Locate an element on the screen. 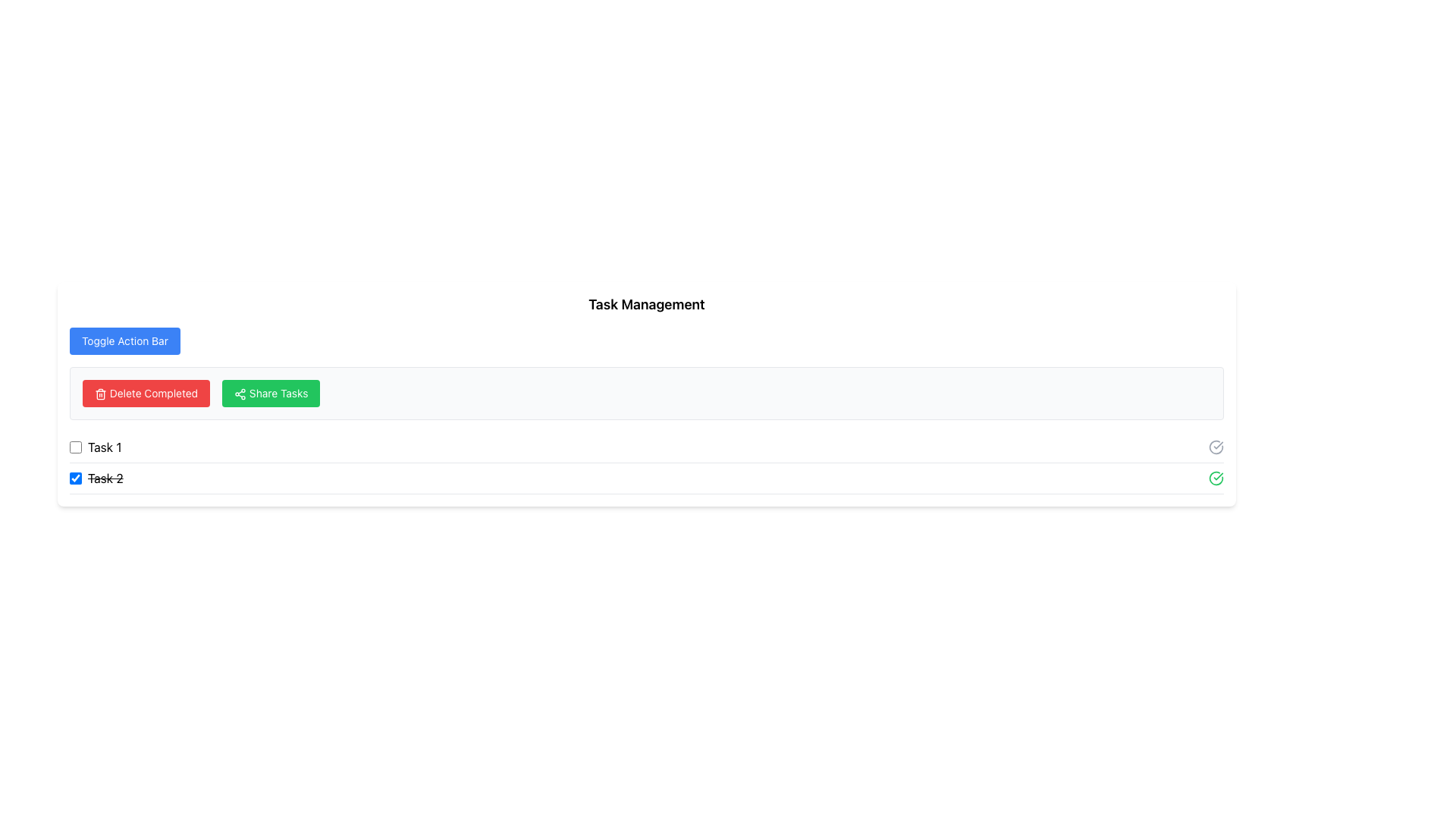 This screenshot has width=1456, height=819. the red 'Delete Completed' button with a trash can icon is located at coordinates (146, 393).